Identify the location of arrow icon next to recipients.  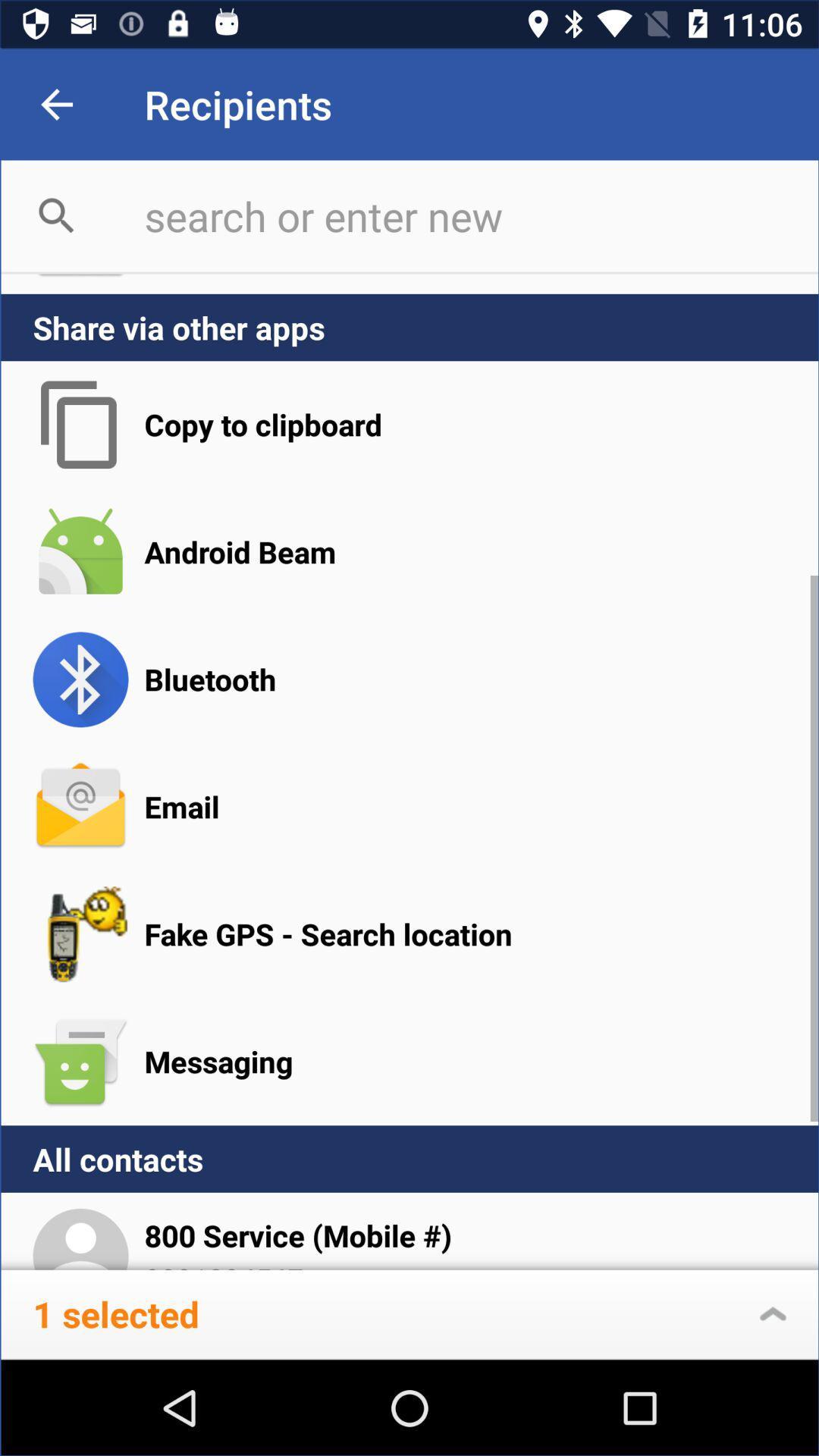
(56, 104).